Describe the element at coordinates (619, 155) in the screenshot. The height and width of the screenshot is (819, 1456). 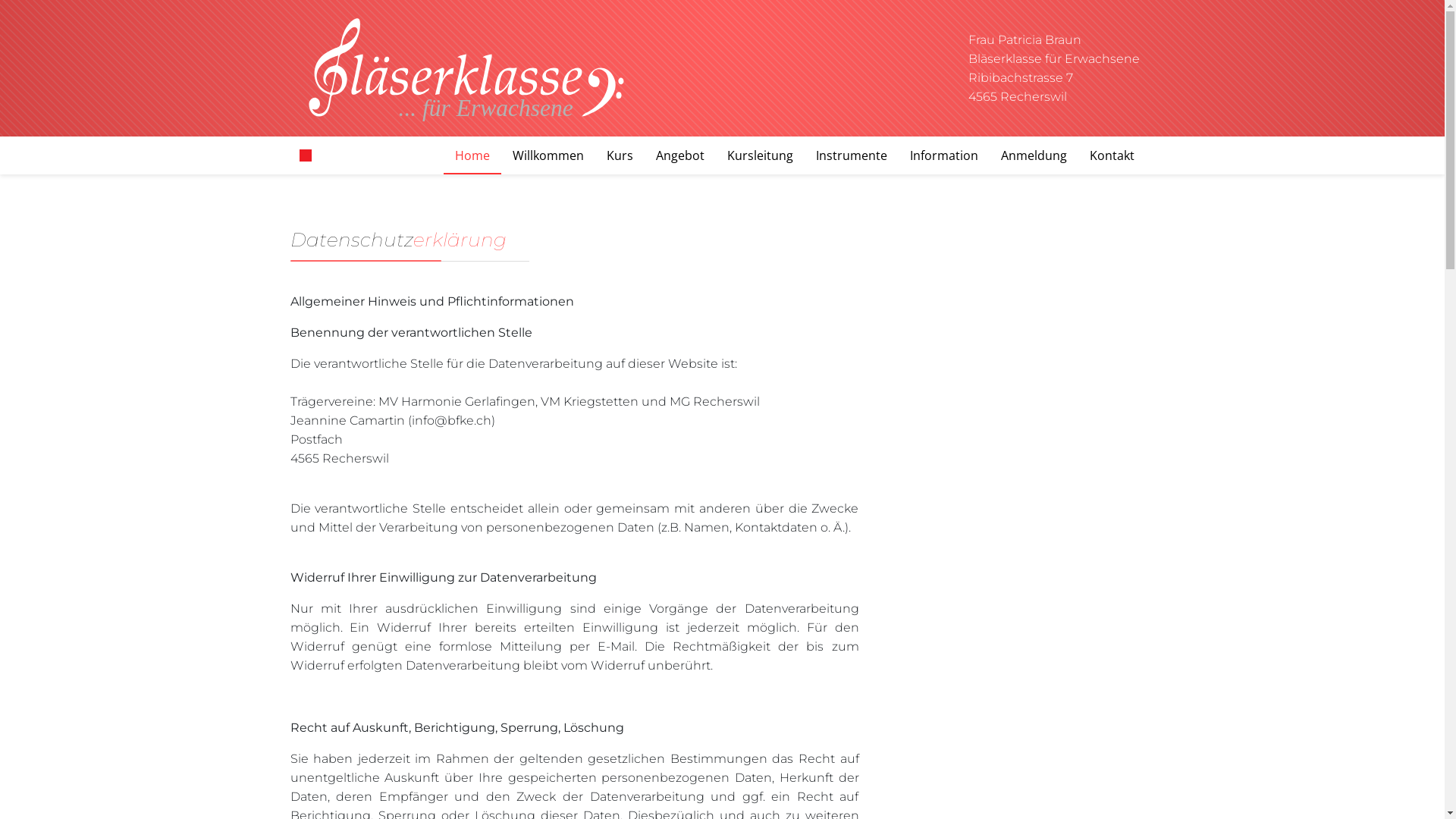
I see `'Kurs'` at that location.